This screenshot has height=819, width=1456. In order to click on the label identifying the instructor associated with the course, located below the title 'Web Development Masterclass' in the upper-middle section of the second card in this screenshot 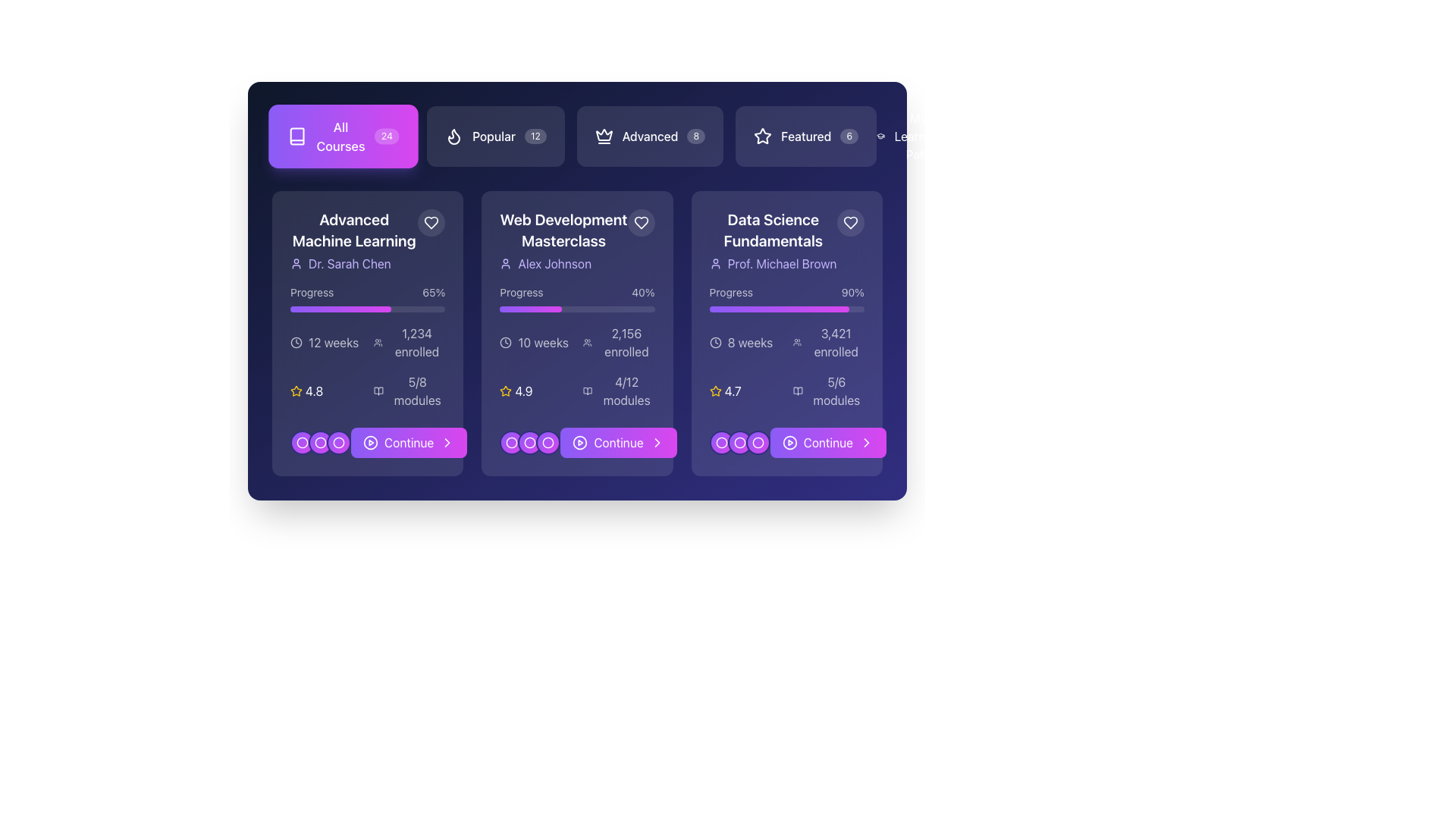, I will do `click(563, 262)`.